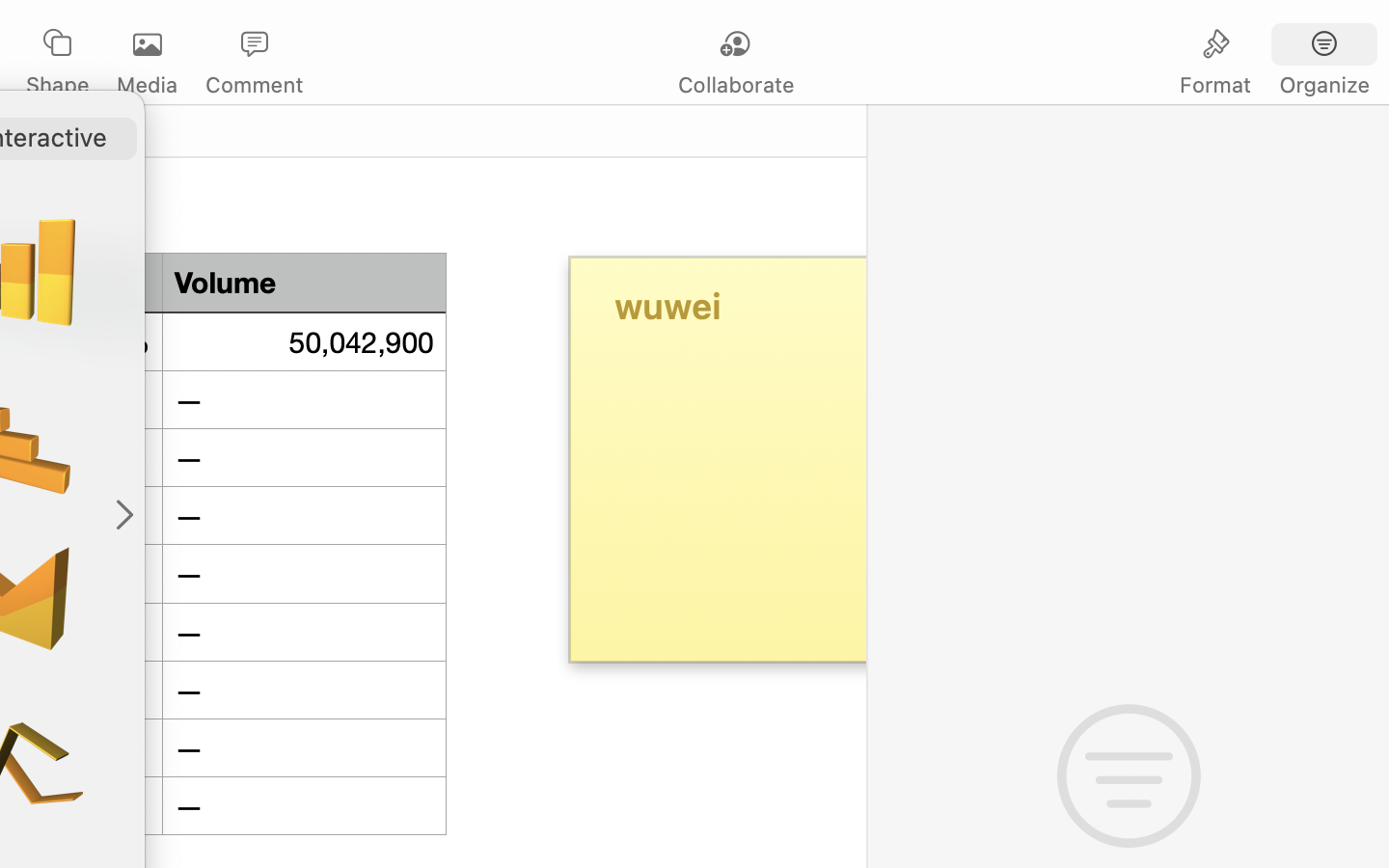 The image size is (1389, 868). What do you see at coordinates (146, 84) in the screenshot?
I see `'Media'` at bounding box center [146, 84].